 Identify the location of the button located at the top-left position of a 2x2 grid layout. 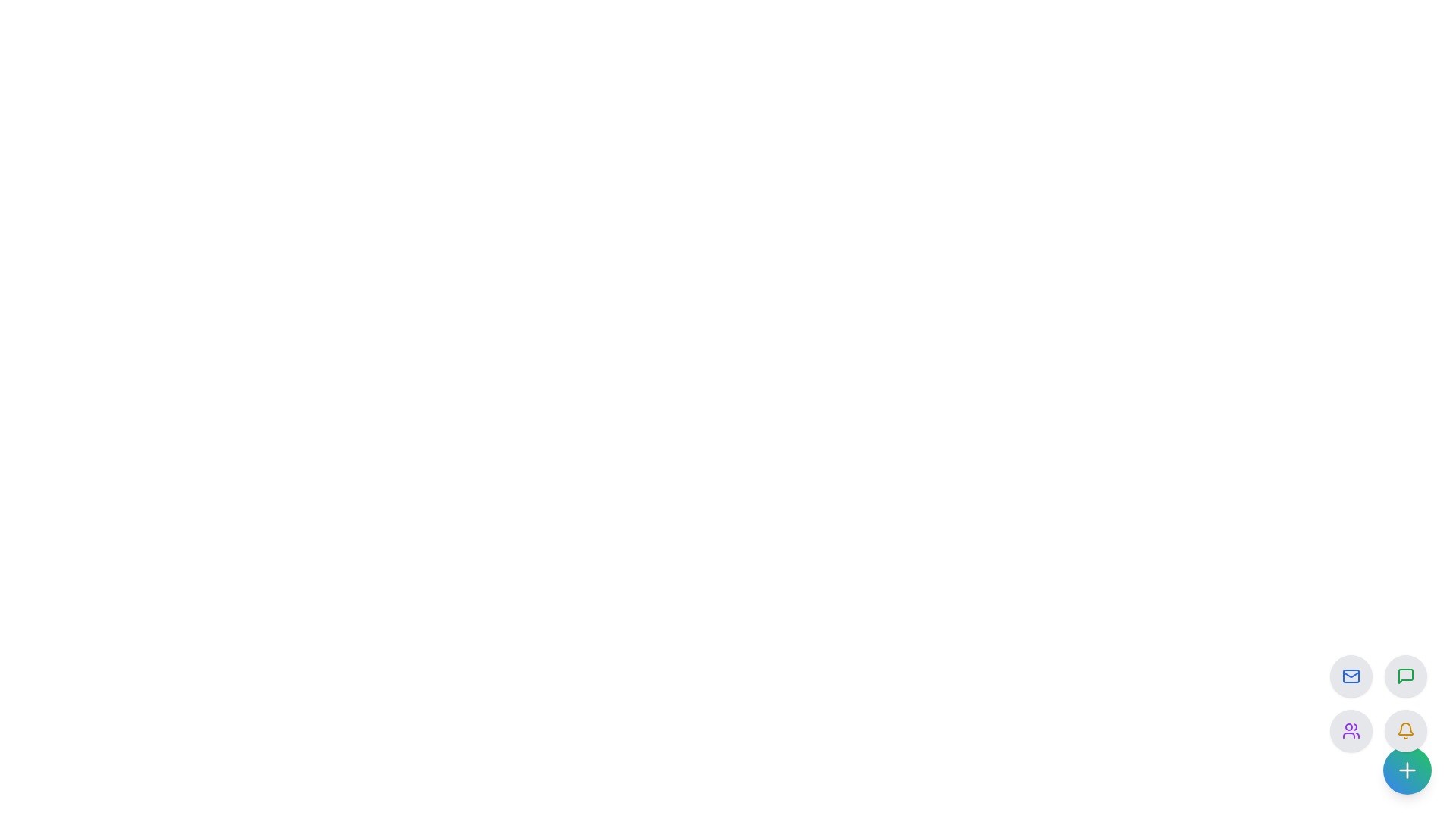
(1351, 675).